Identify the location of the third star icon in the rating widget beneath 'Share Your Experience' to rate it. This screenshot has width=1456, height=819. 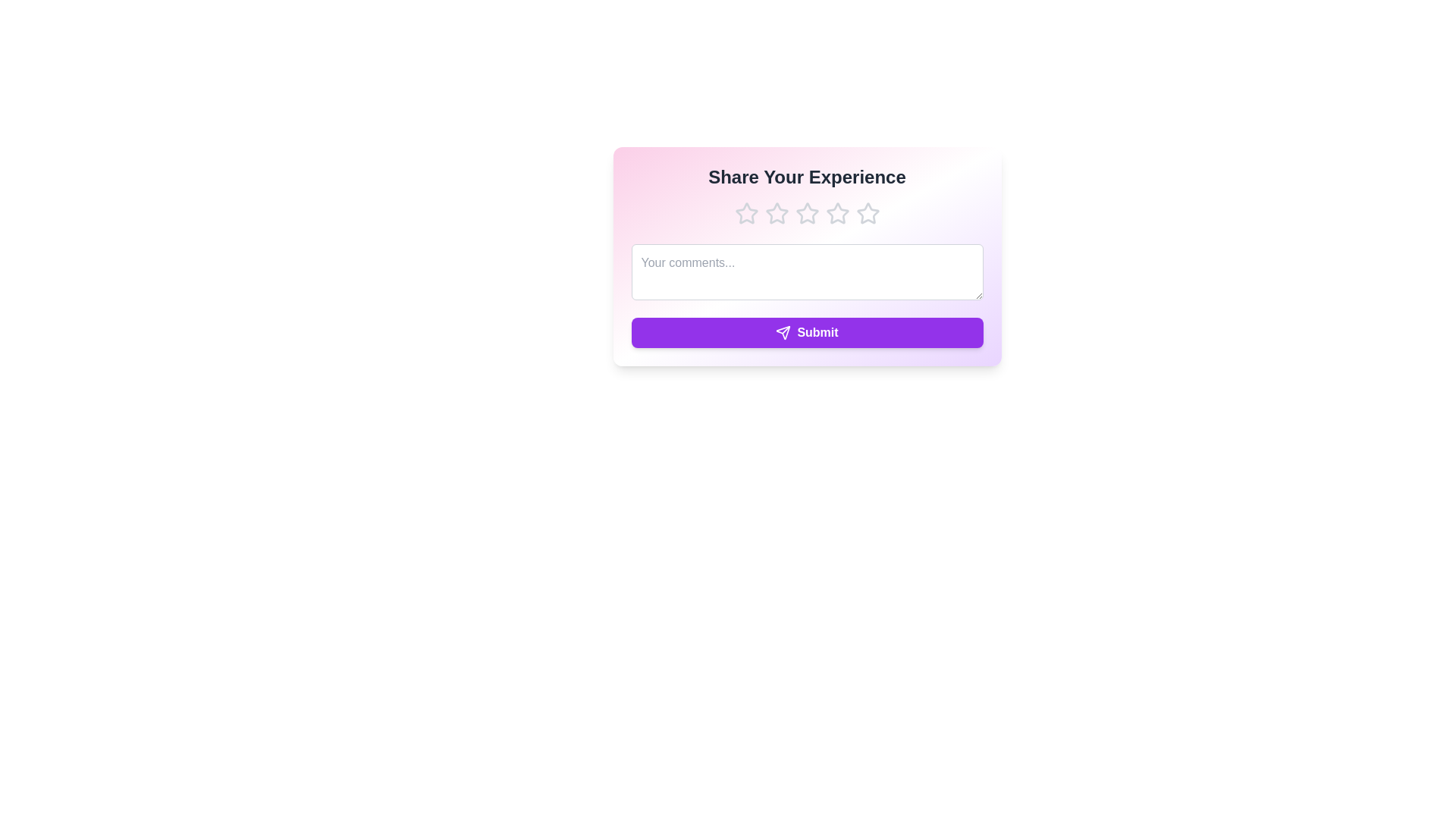
(836, 213).